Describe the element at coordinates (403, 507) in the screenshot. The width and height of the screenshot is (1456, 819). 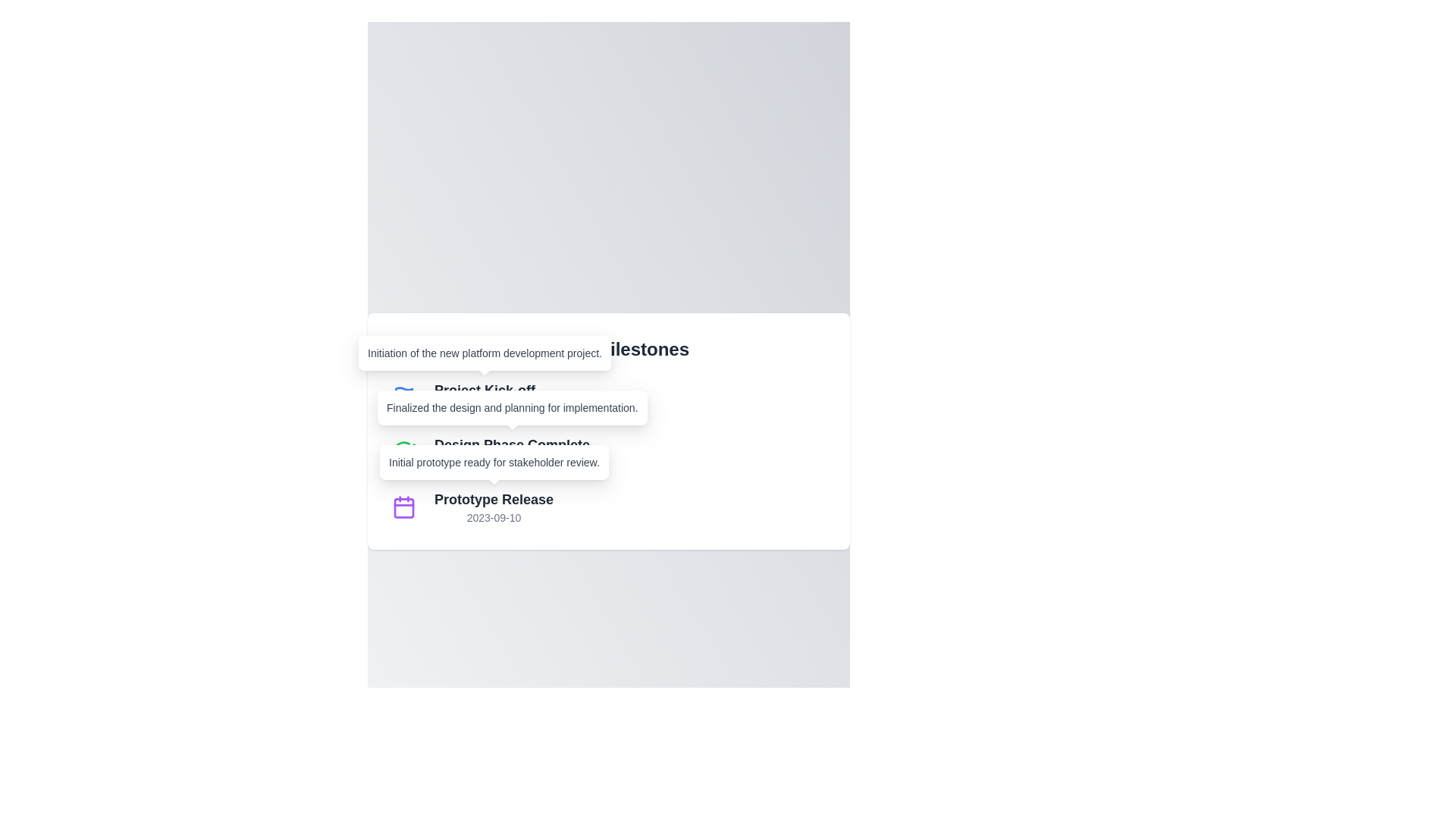
I see `the purple calendar icon located to the left of the 'Prototype Release' text` at that location.